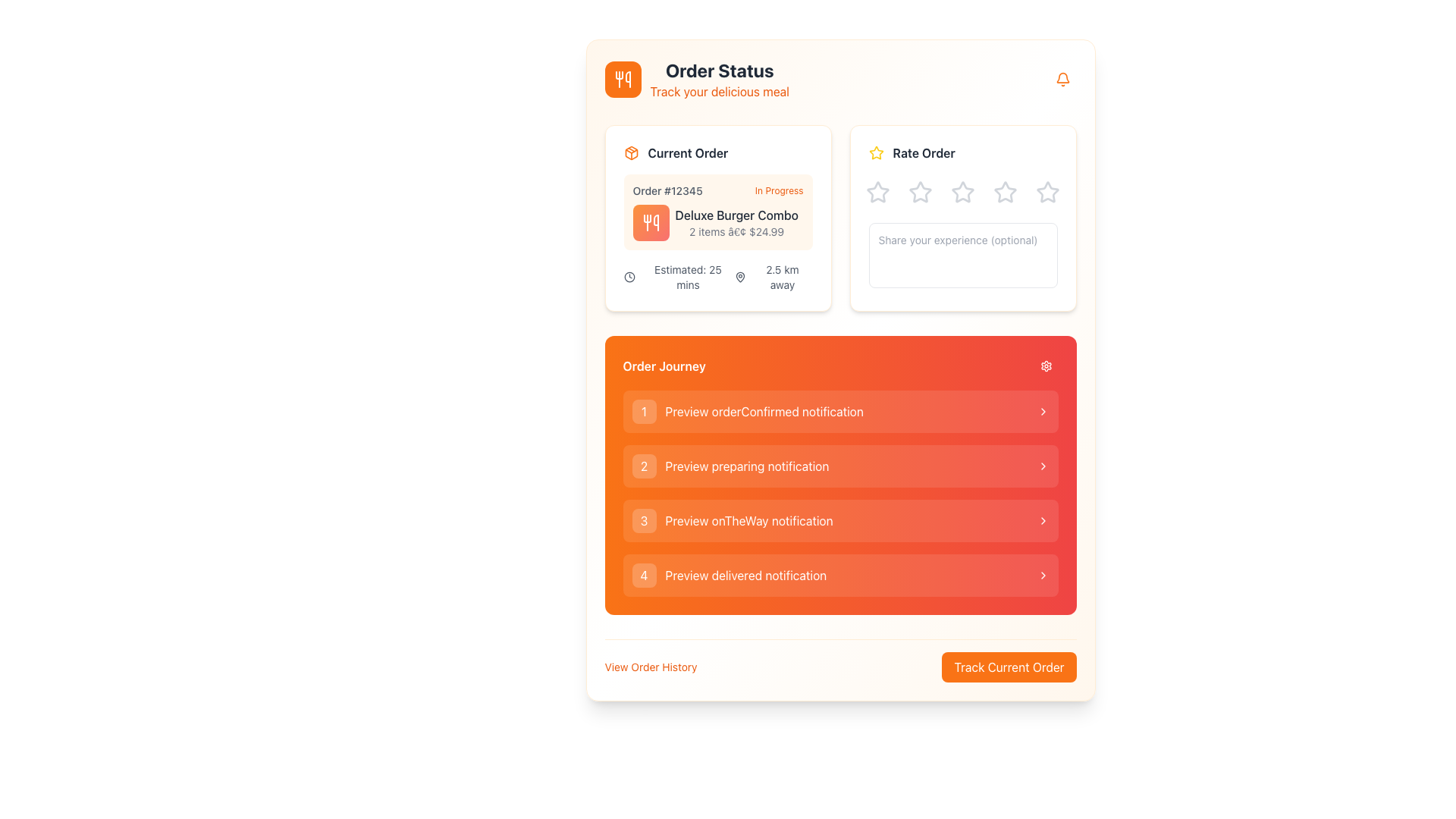 Image resolution: width=1456 pixels, height=819 pixels. I want to click on informational text element displaying estimated time and distance, located in the 'Current Order' section under 'Order Status', so click(717, 278).